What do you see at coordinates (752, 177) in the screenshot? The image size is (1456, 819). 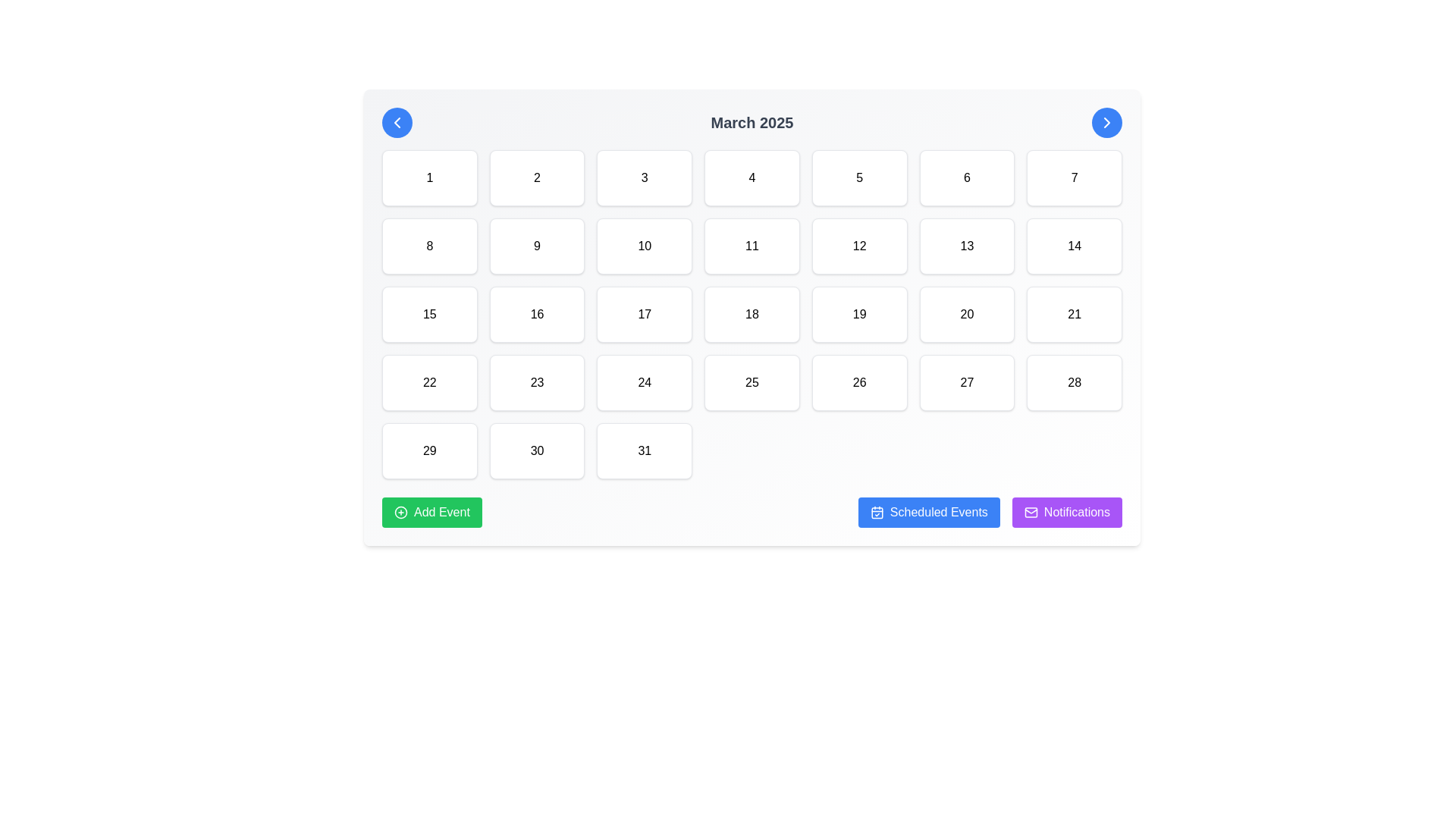 I see `the button displaying the number '4' in the fourth column of the top row in a grid layout` at bounding box center [752, 177].